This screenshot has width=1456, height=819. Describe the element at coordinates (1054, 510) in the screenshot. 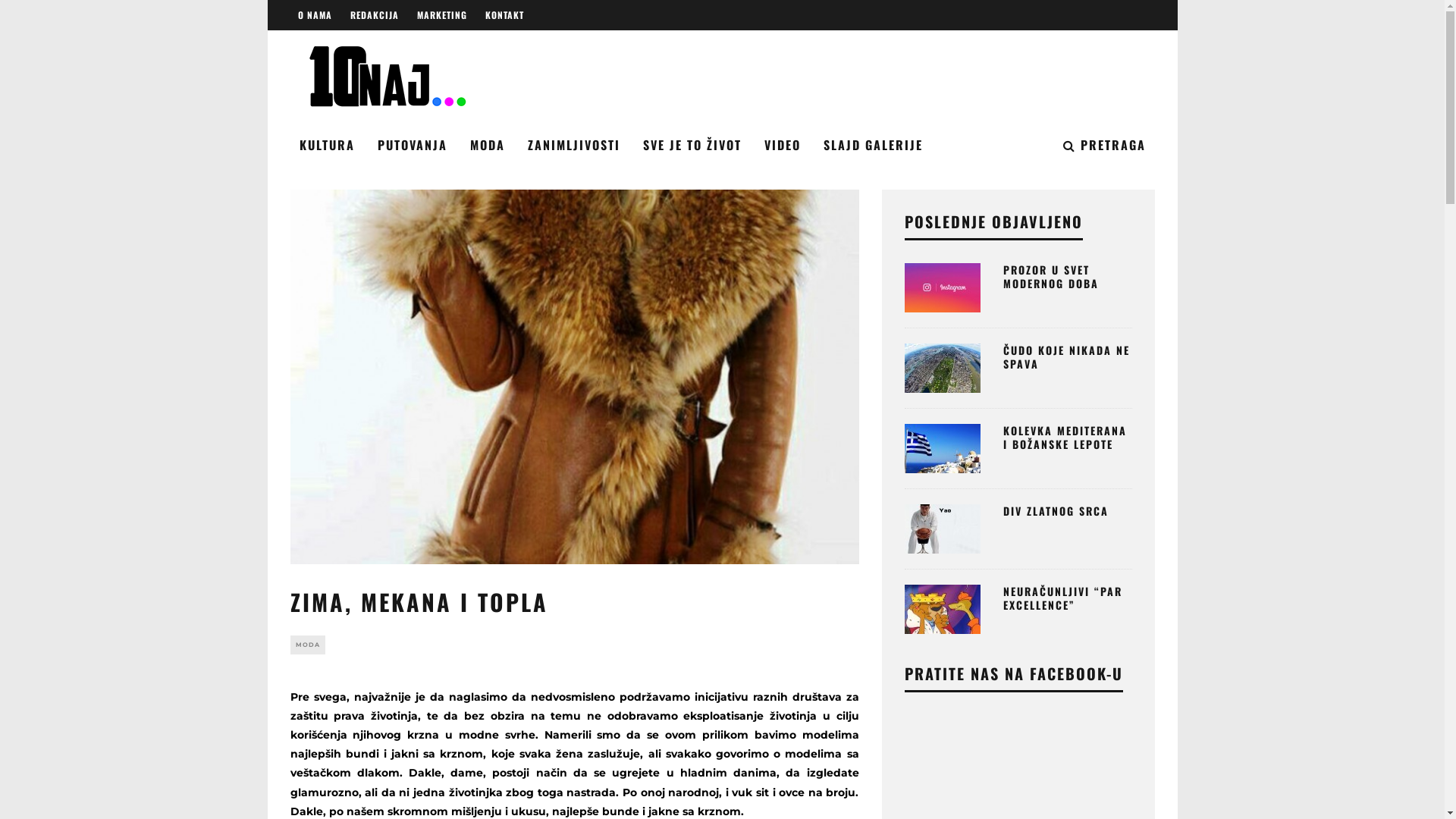

I see `'DIV ZLATNOG SRCA'` at that location.